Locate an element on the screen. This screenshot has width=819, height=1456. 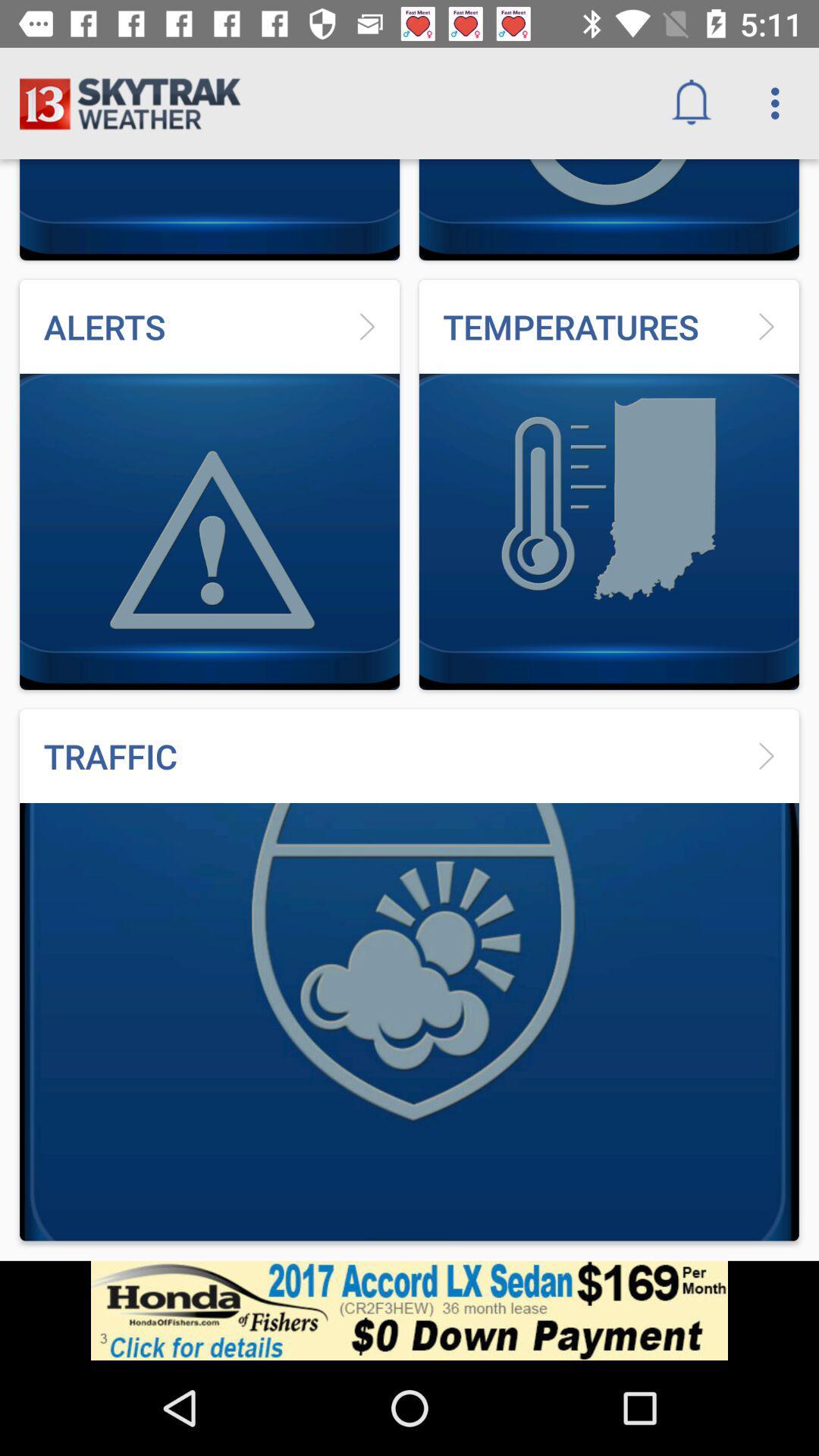
the button beside bell icon is located at coordinates (779, 103).